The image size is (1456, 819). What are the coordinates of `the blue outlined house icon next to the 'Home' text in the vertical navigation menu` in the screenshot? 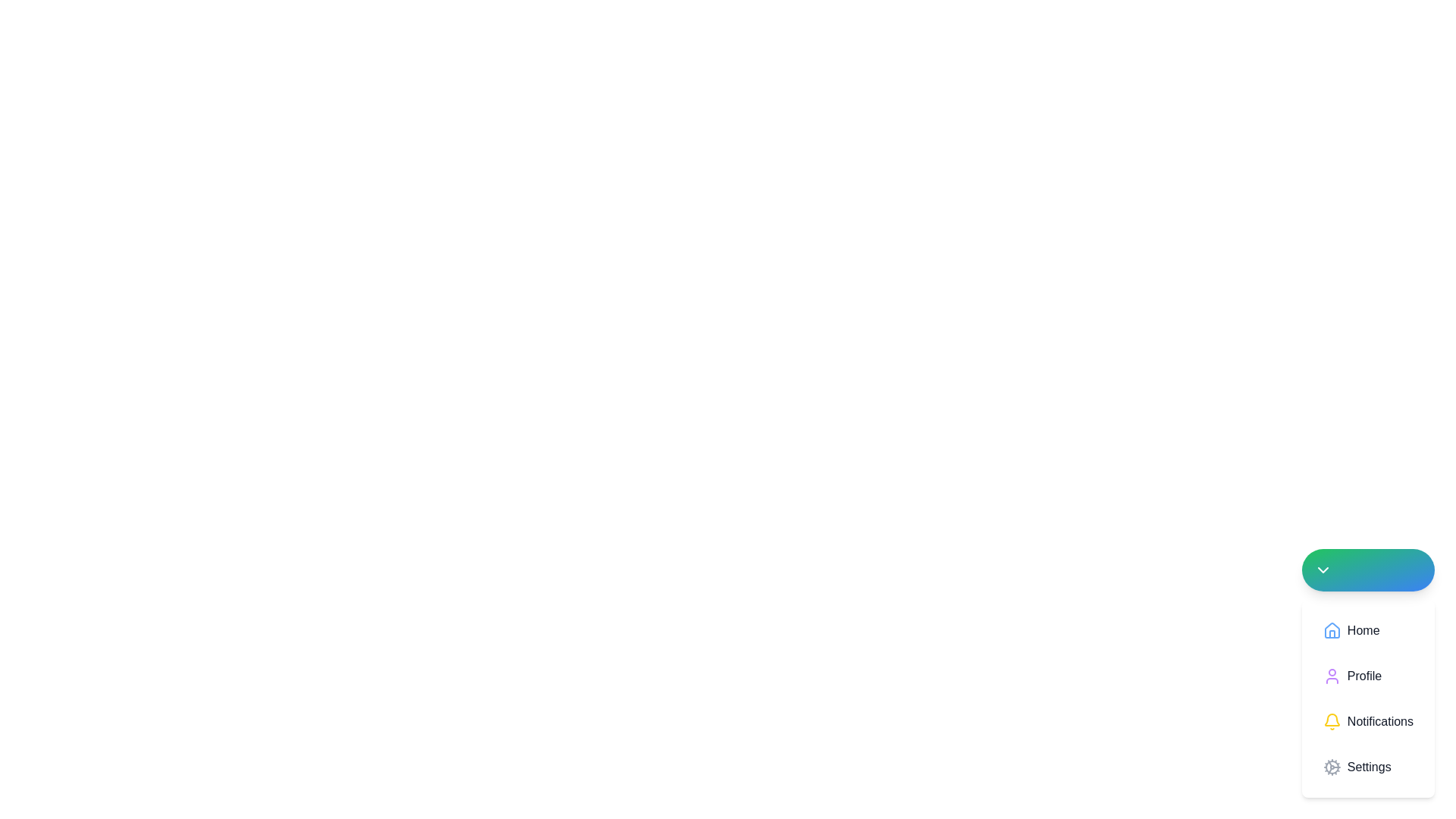 It's located at (1331, 631).